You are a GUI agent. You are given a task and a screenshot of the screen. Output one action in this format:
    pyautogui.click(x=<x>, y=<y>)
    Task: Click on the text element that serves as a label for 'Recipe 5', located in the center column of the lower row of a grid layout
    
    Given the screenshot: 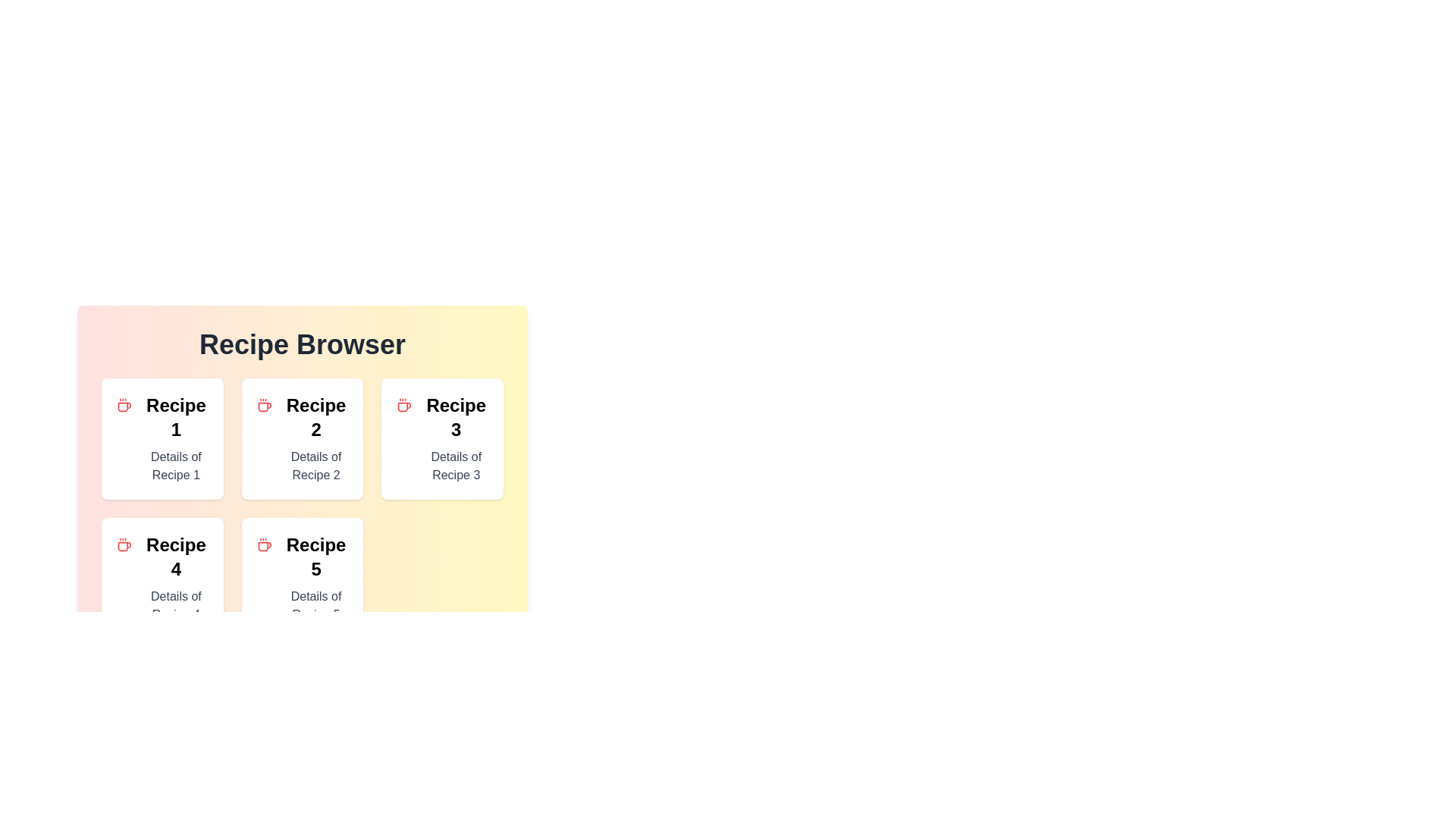 What is the action you would take?
    pyautogui.click(x=315, y=579)
    